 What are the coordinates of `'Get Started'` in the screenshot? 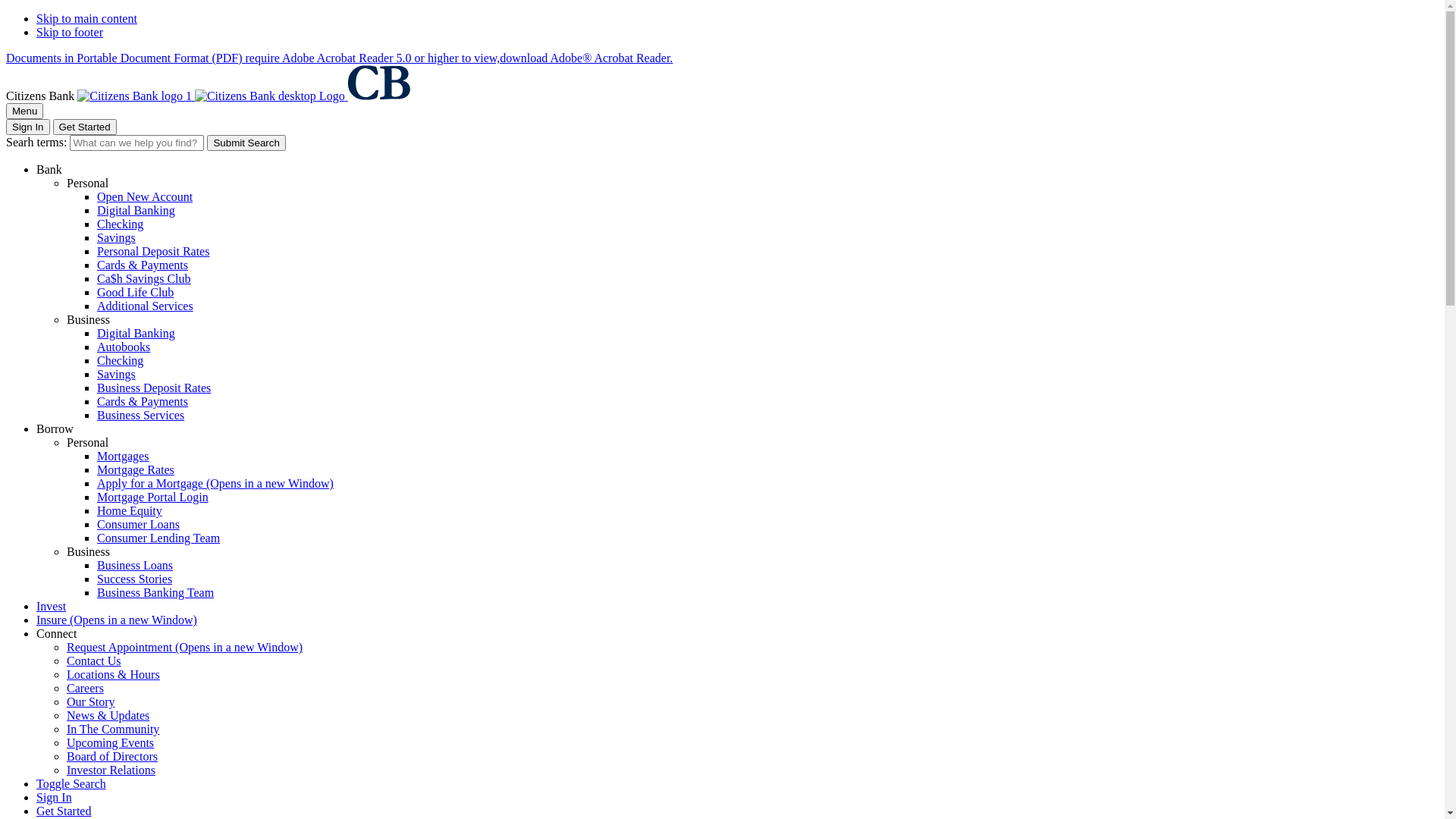 It's located at (62, 810).